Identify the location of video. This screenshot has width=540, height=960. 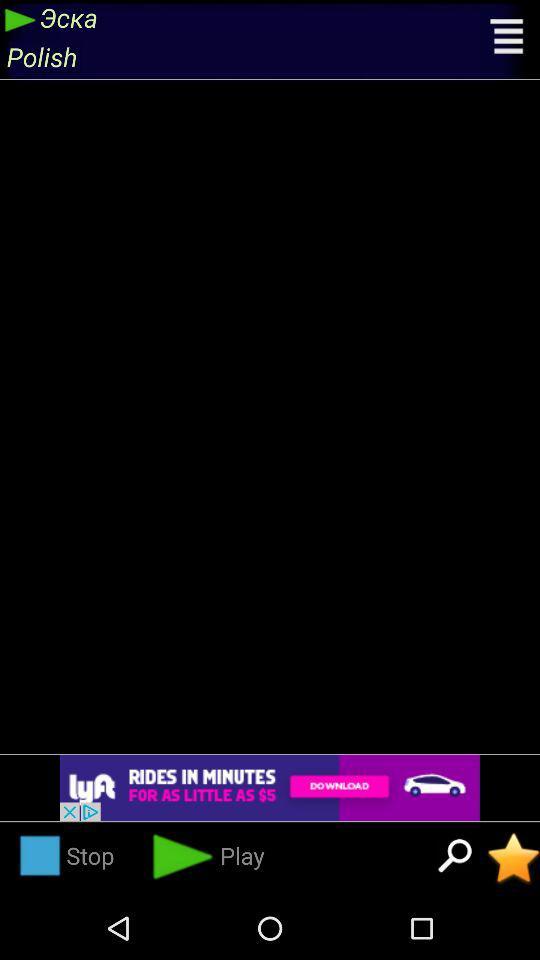
(513, 857).